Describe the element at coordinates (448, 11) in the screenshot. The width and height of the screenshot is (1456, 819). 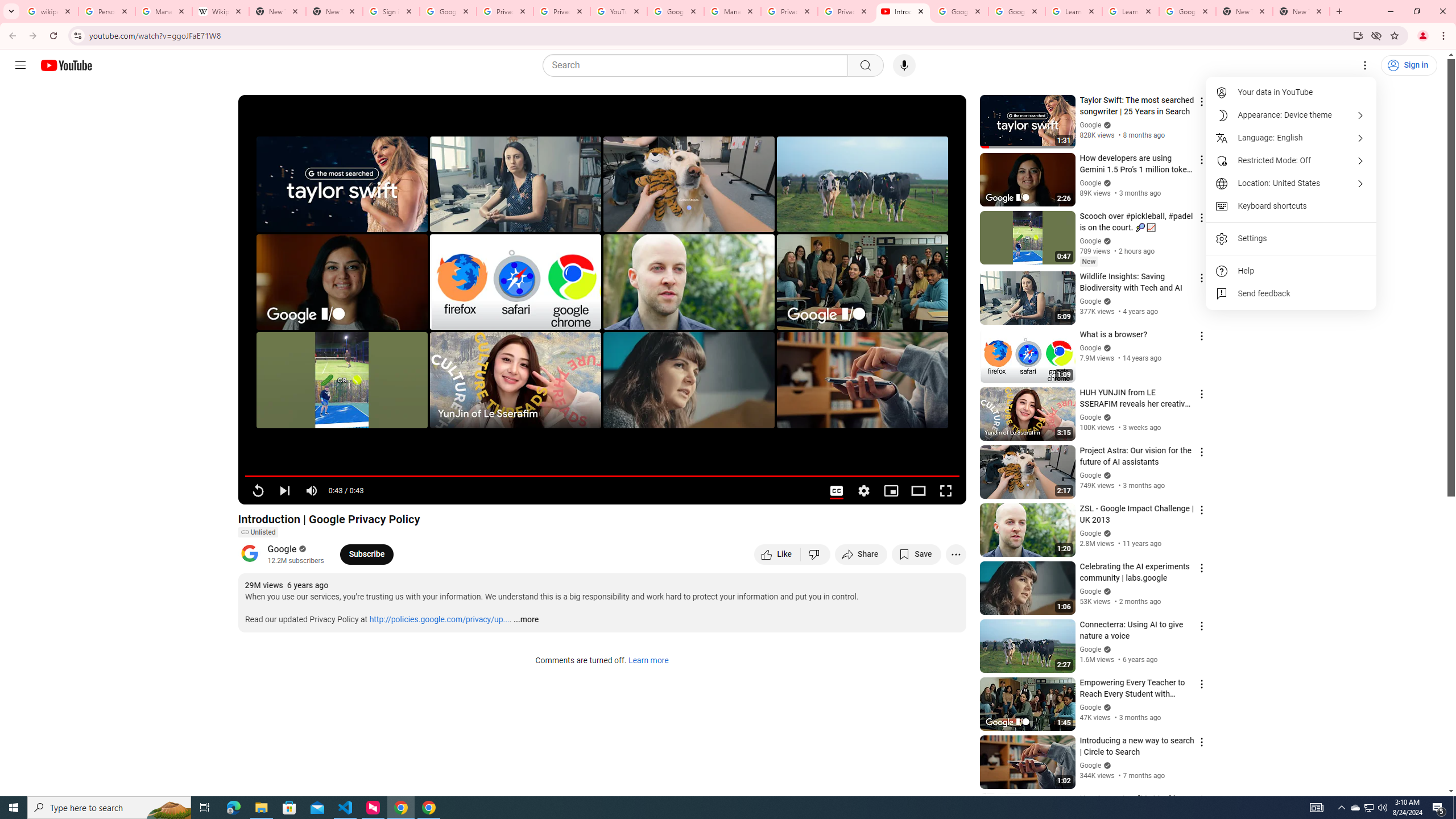
I see `'Google Drive: Sign-in'` at that location.